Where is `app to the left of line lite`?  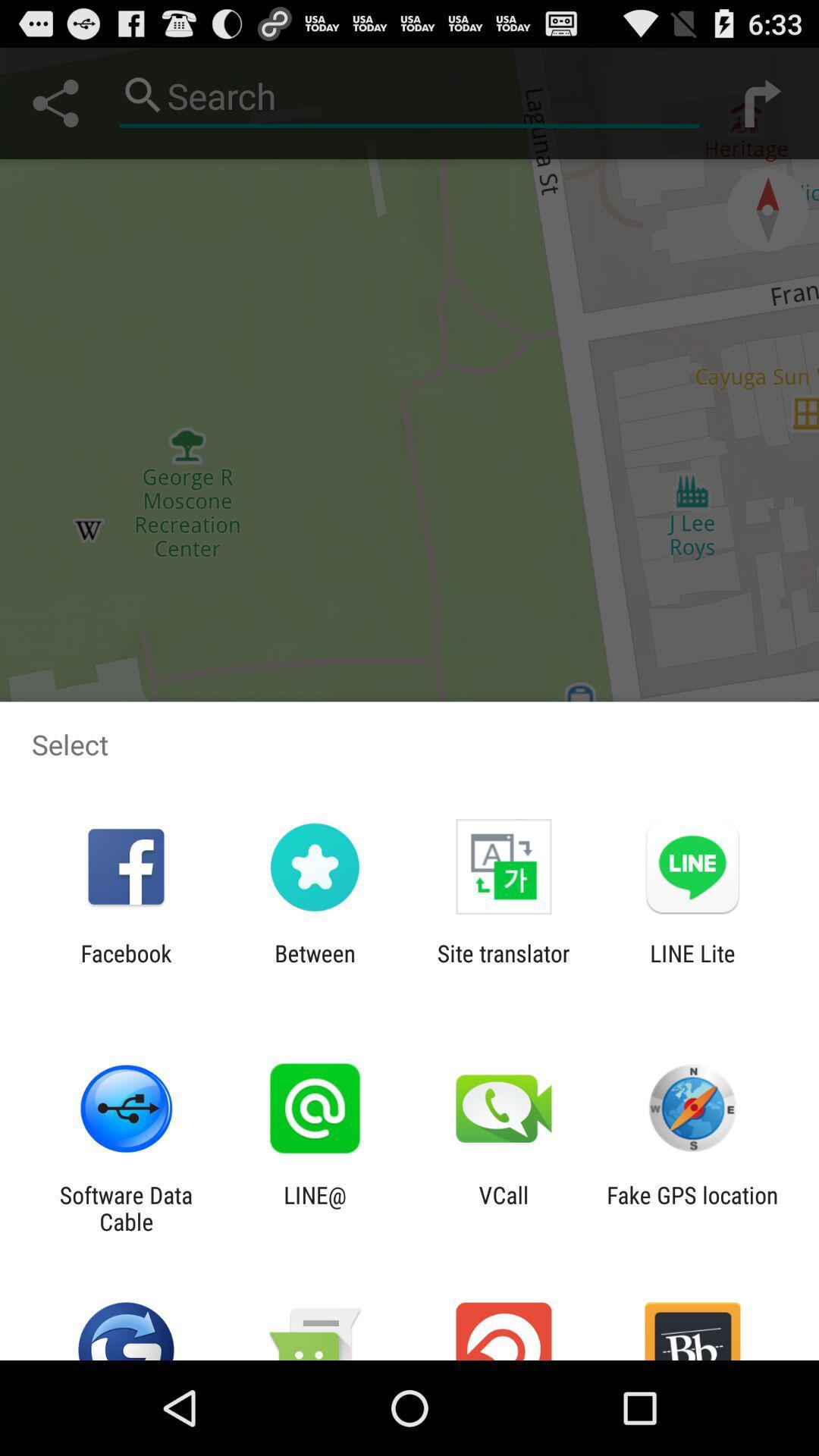 app to the left of line lite is located at coordinates (504, 966).